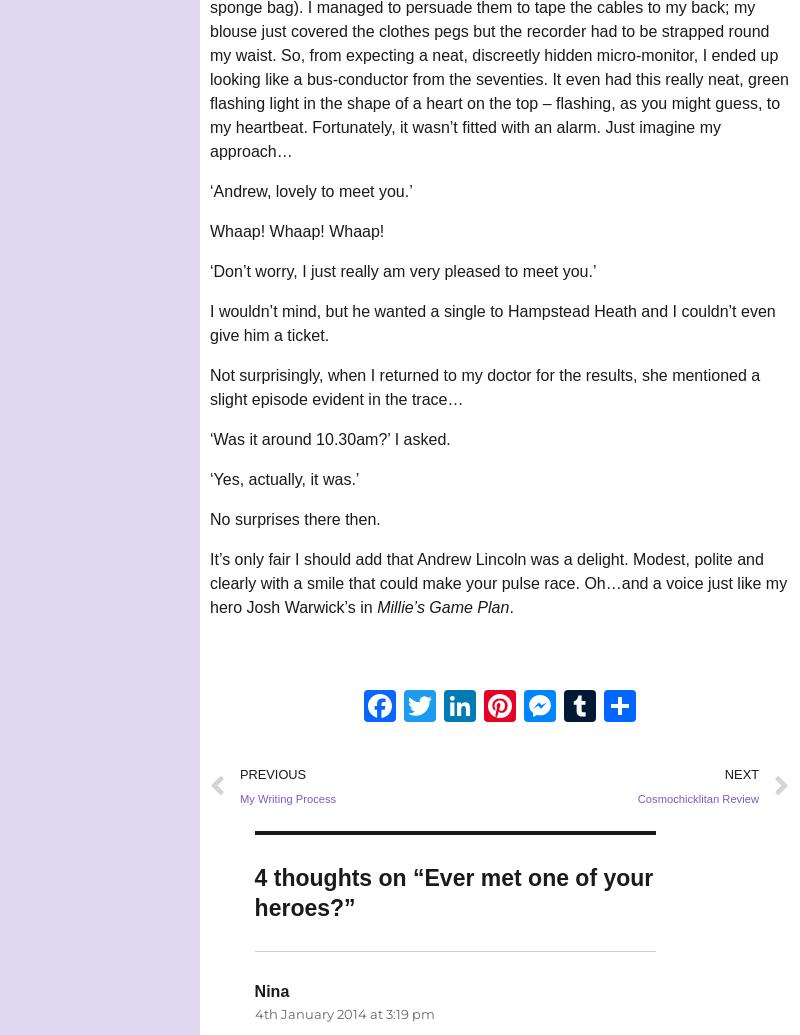 The width and height of the screenshot is (800, 1035). I want to click on '4th January 2014 at 3:19 pm', so click(344, 1012).